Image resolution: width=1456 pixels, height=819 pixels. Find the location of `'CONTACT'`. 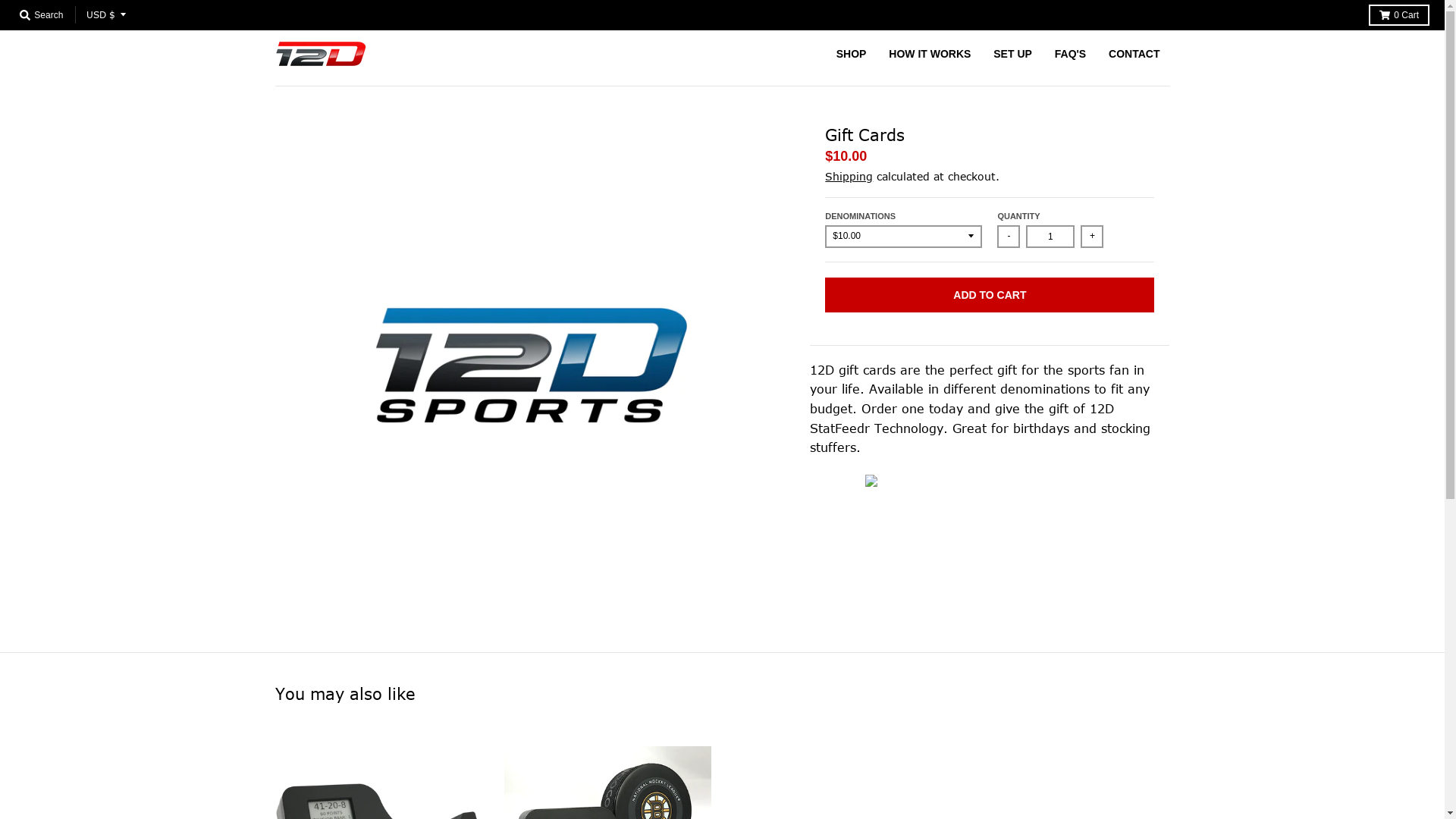

'CONTACT' is located at coordinates (1134, 52).